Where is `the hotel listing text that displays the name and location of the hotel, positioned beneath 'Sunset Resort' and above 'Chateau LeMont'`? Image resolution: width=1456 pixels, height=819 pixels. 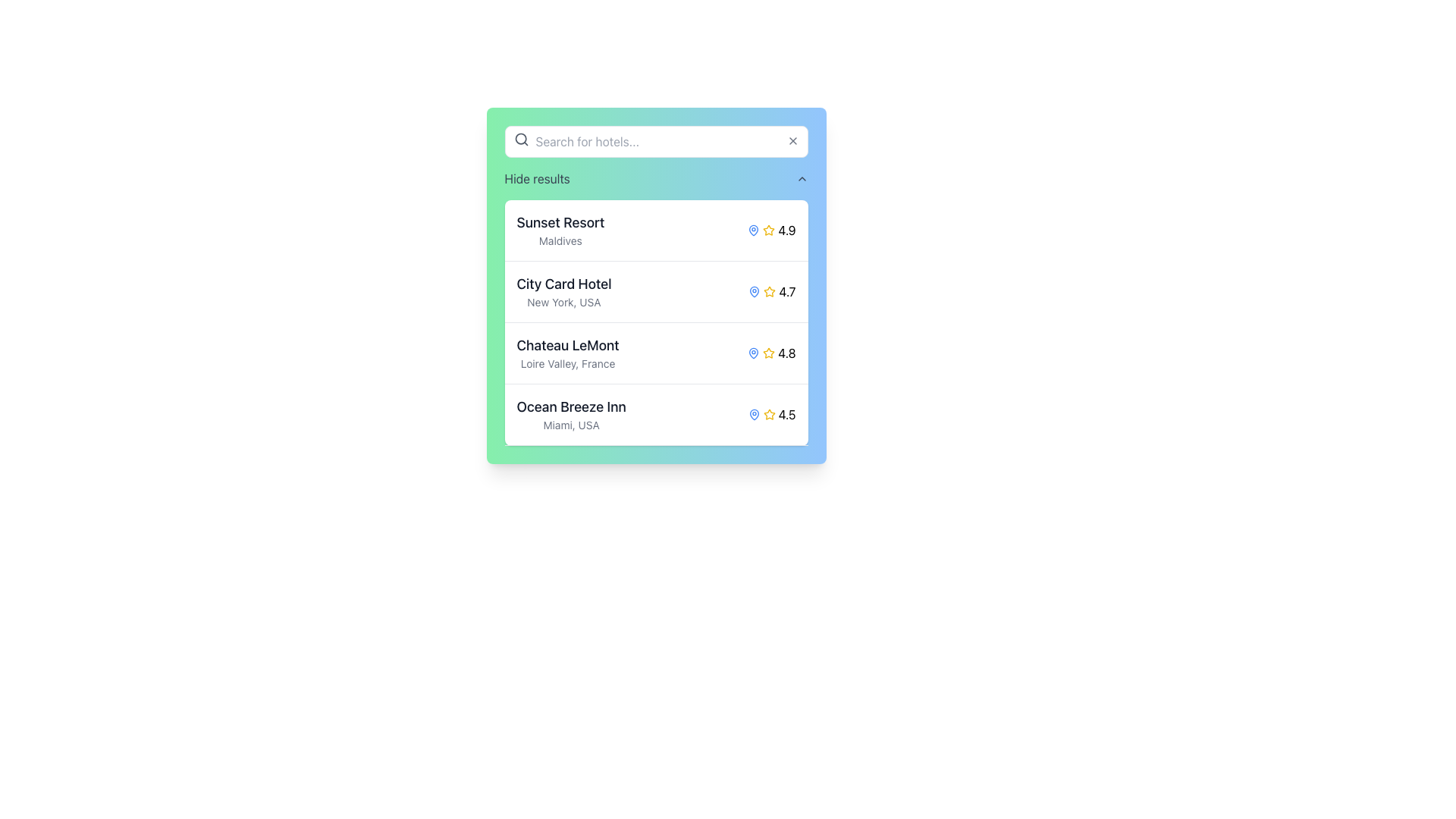
the hotel listing text that displays the name and location of the hotel, positioned beneath 'Sunset Resort' and above 'Chateau LeMont' is located at coordinates (563, 292).